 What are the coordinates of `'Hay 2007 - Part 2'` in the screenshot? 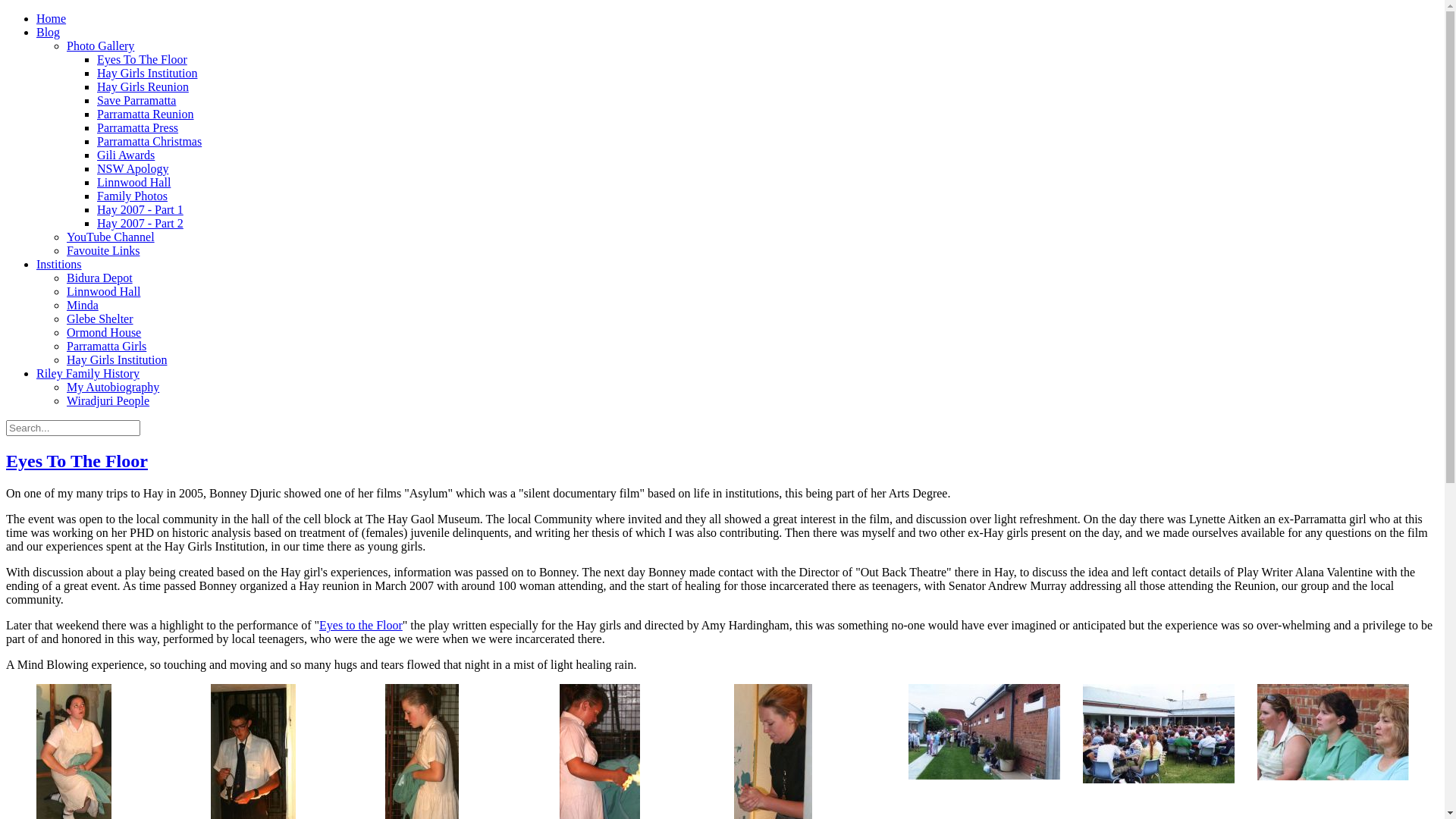 It's located at (140, 223).